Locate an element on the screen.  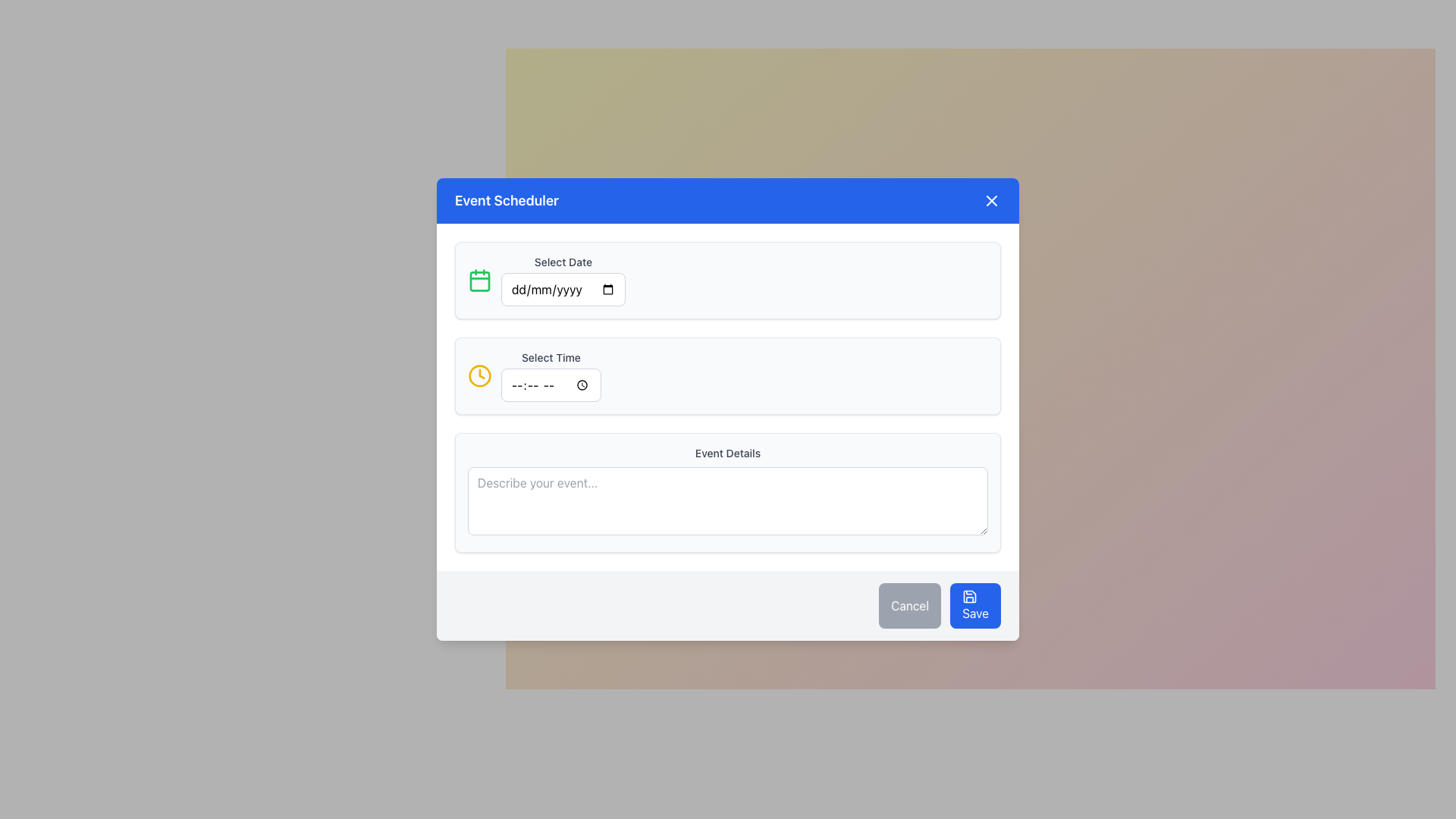
the 'Event Scheduler' title text label located in the blue header bar of the modal dialog is located at coordinates (507, 200).